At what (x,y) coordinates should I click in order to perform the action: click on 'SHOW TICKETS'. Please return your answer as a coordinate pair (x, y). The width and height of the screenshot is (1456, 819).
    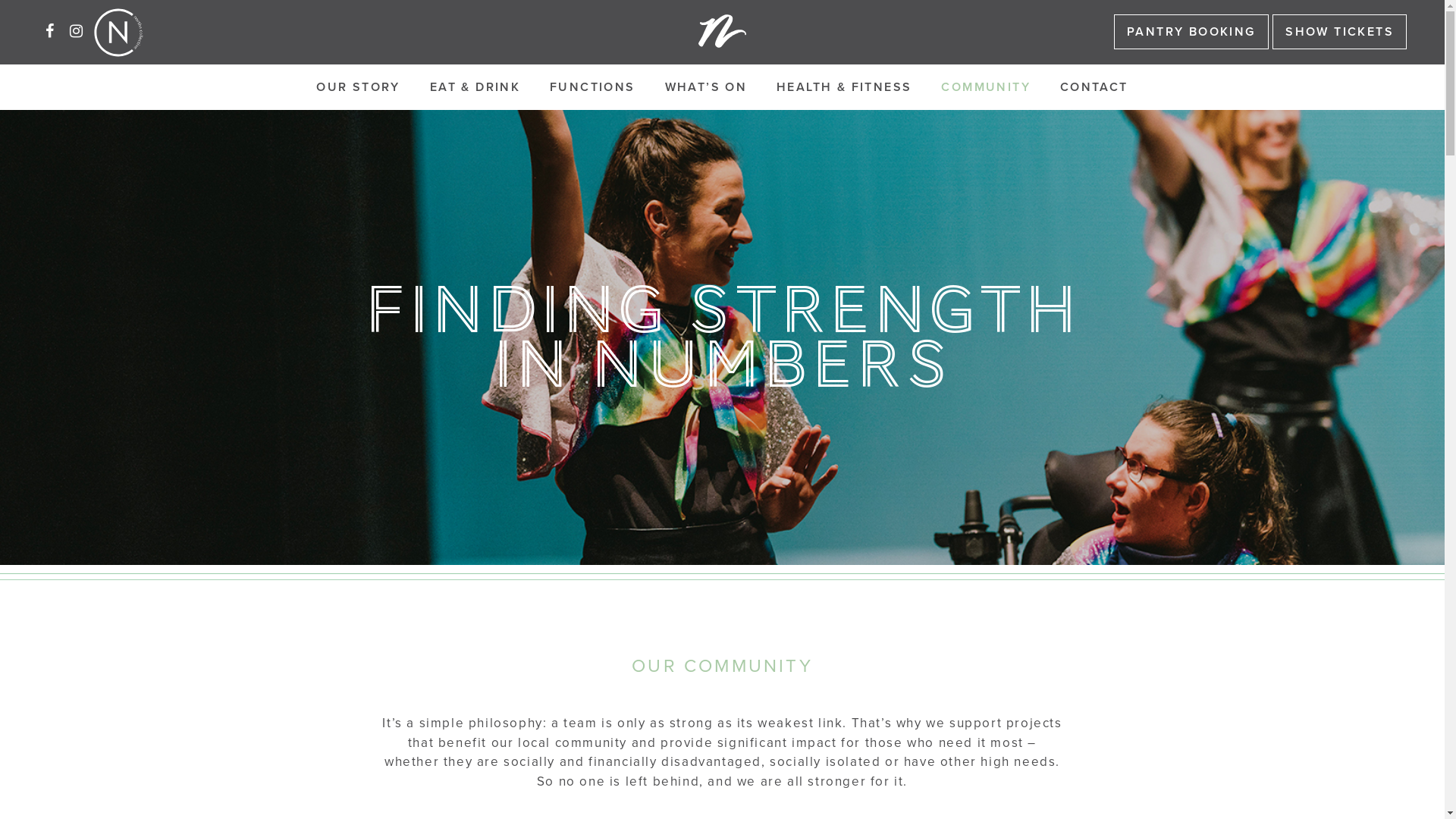
    Looking at the image, I should click on (1339, 32).